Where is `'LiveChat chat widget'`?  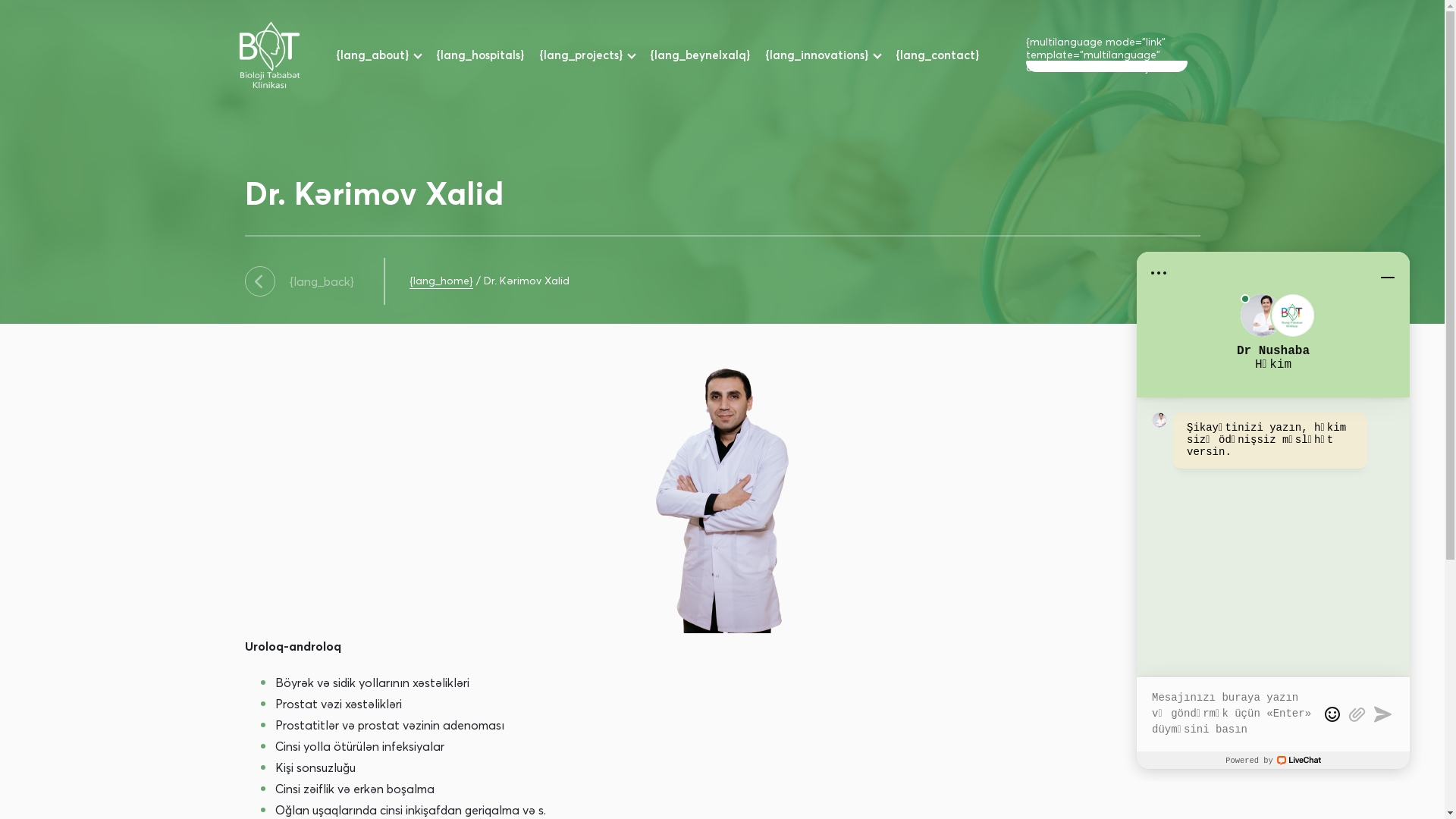 'LiveChat chat widget' is located at coordinates (1273, 510).